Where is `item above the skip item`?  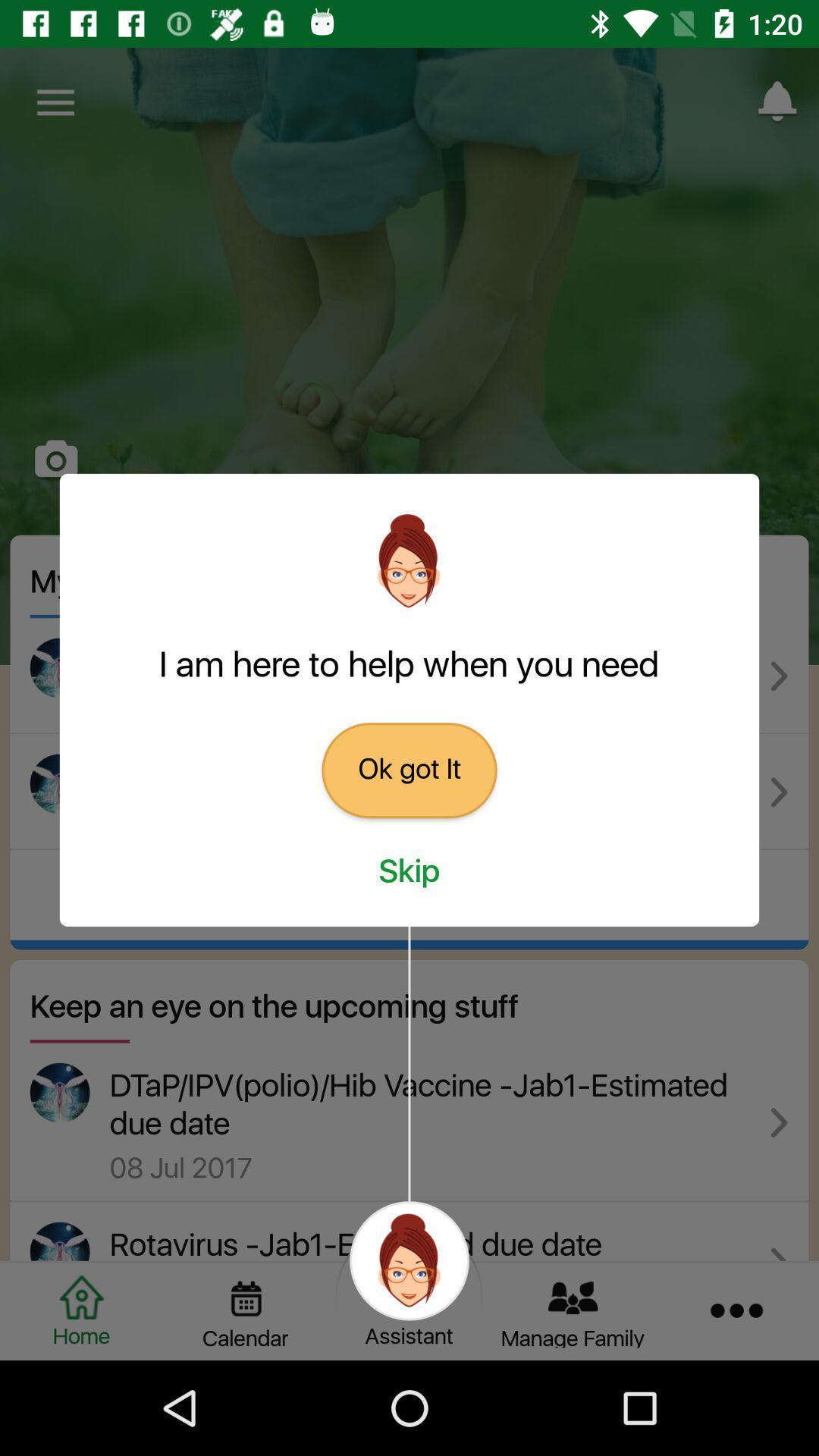 item above the skip item is located at coordinates (409, 770).